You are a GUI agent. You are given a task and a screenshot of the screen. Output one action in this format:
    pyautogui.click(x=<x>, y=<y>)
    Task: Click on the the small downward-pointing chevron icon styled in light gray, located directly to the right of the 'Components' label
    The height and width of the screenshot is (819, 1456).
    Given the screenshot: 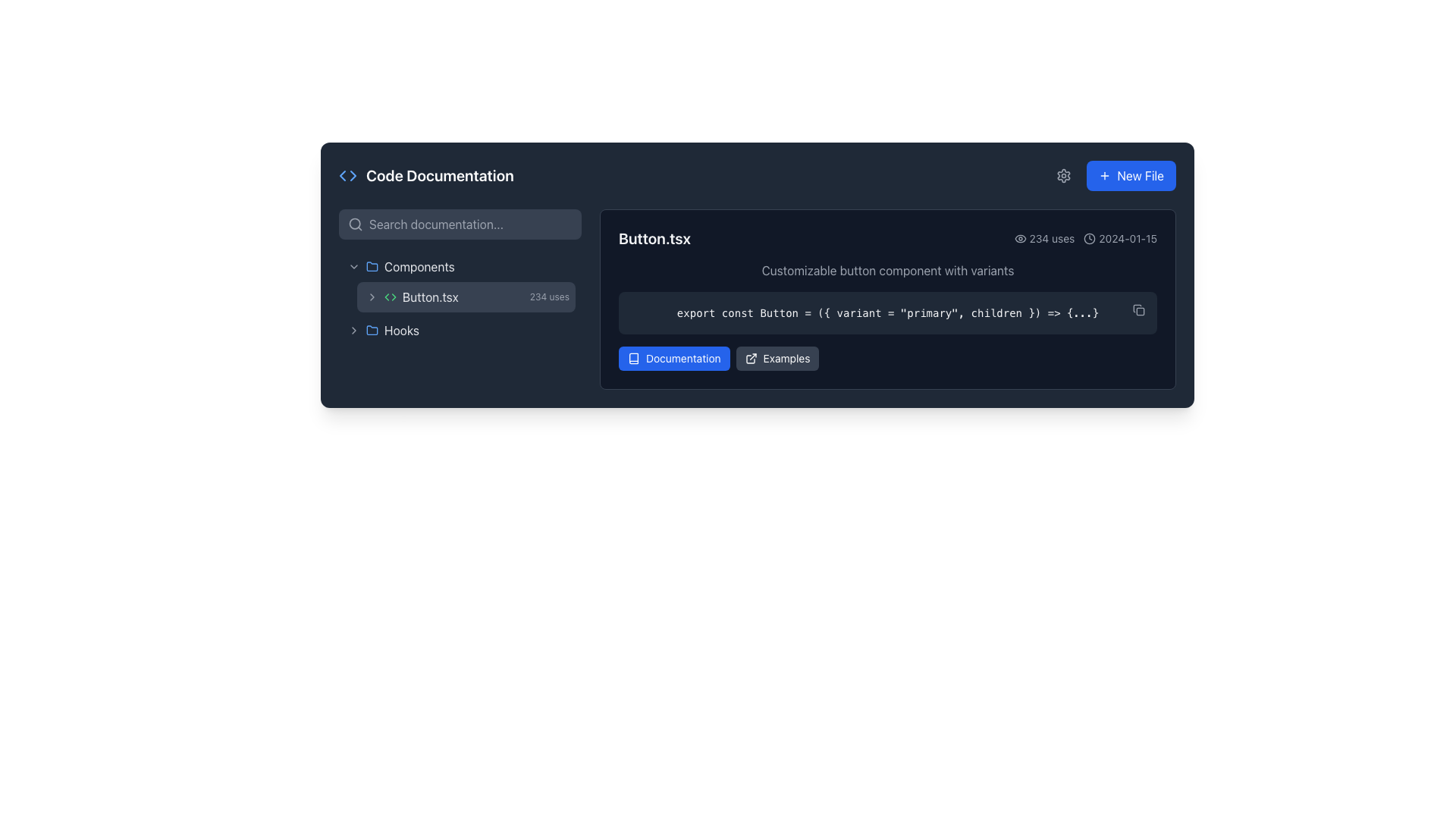 What is the action you would take?
    pyautogui.click(x=353, y=265)
    